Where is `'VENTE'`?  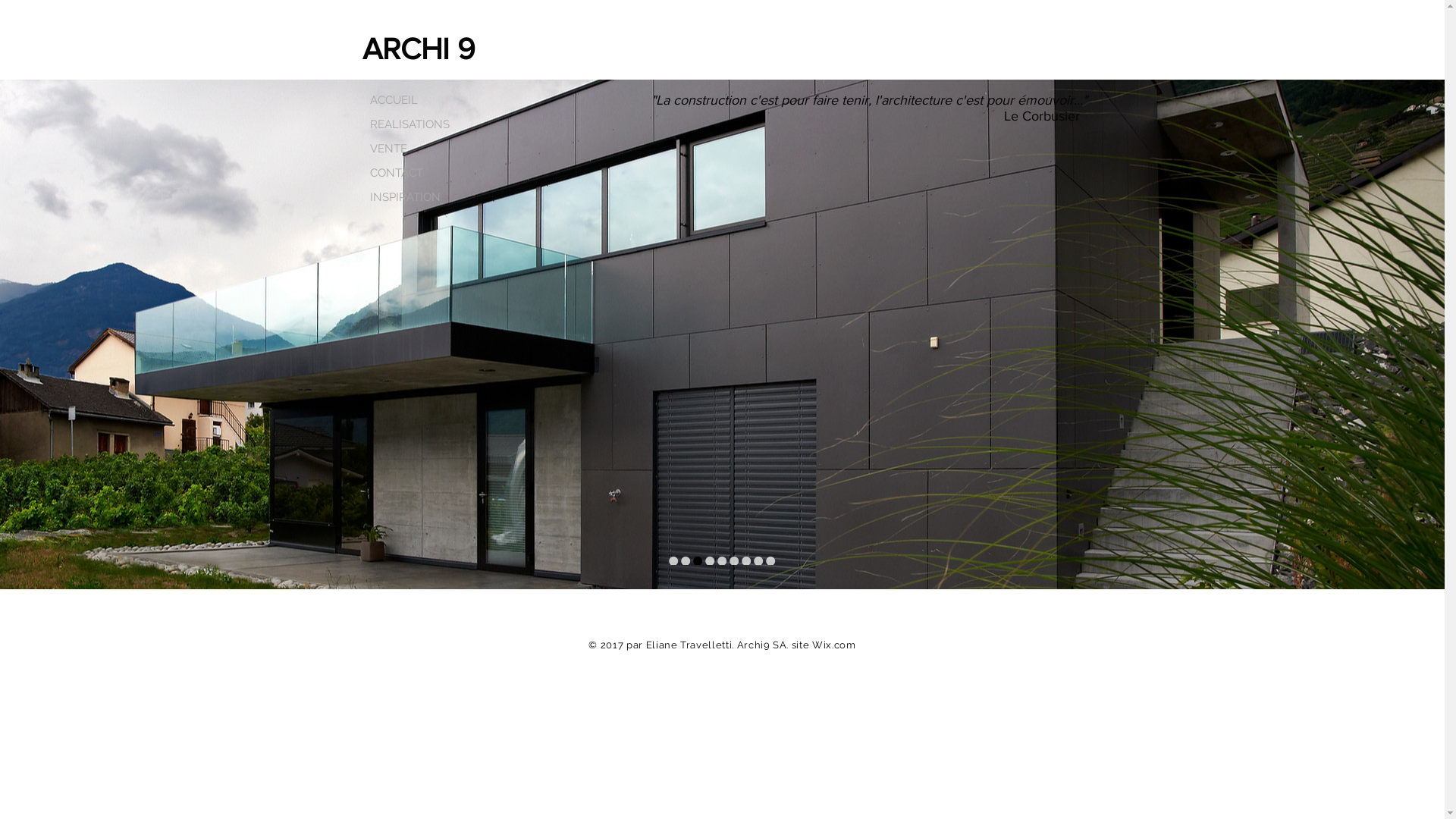 'VENTE' is located at coordinates (409, 149).